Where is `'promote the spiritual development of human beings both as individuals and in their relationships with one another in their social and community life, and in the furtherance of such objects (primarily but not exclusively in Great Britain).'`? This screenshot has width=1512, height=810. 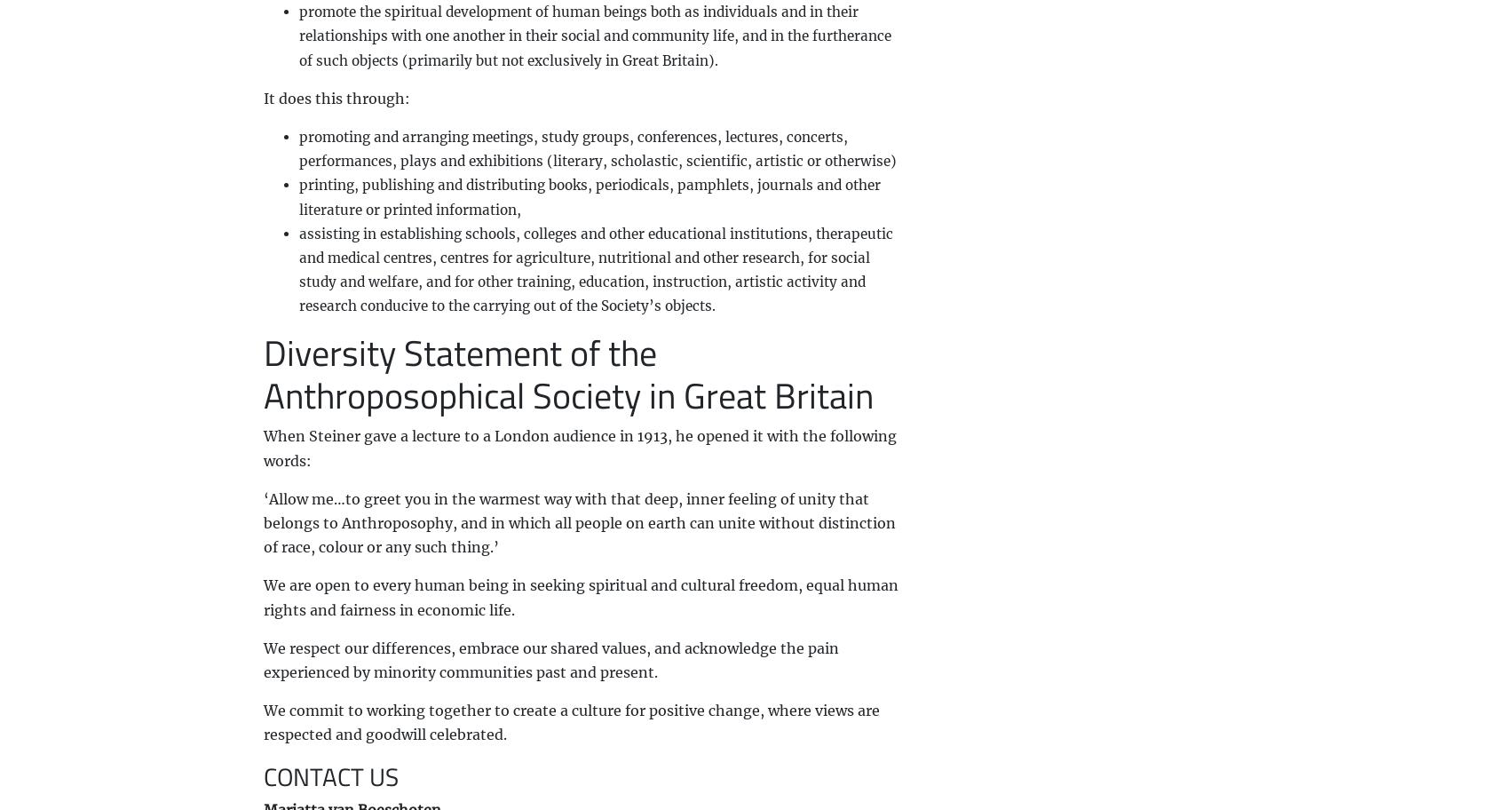 'promote the spiritual development of human beings both as individuals and in their relationships with one another in their social and community life, and in the furtherance of such objects (primarily but not exclusively in Great Britain).' is located at coordinates (593, 35).